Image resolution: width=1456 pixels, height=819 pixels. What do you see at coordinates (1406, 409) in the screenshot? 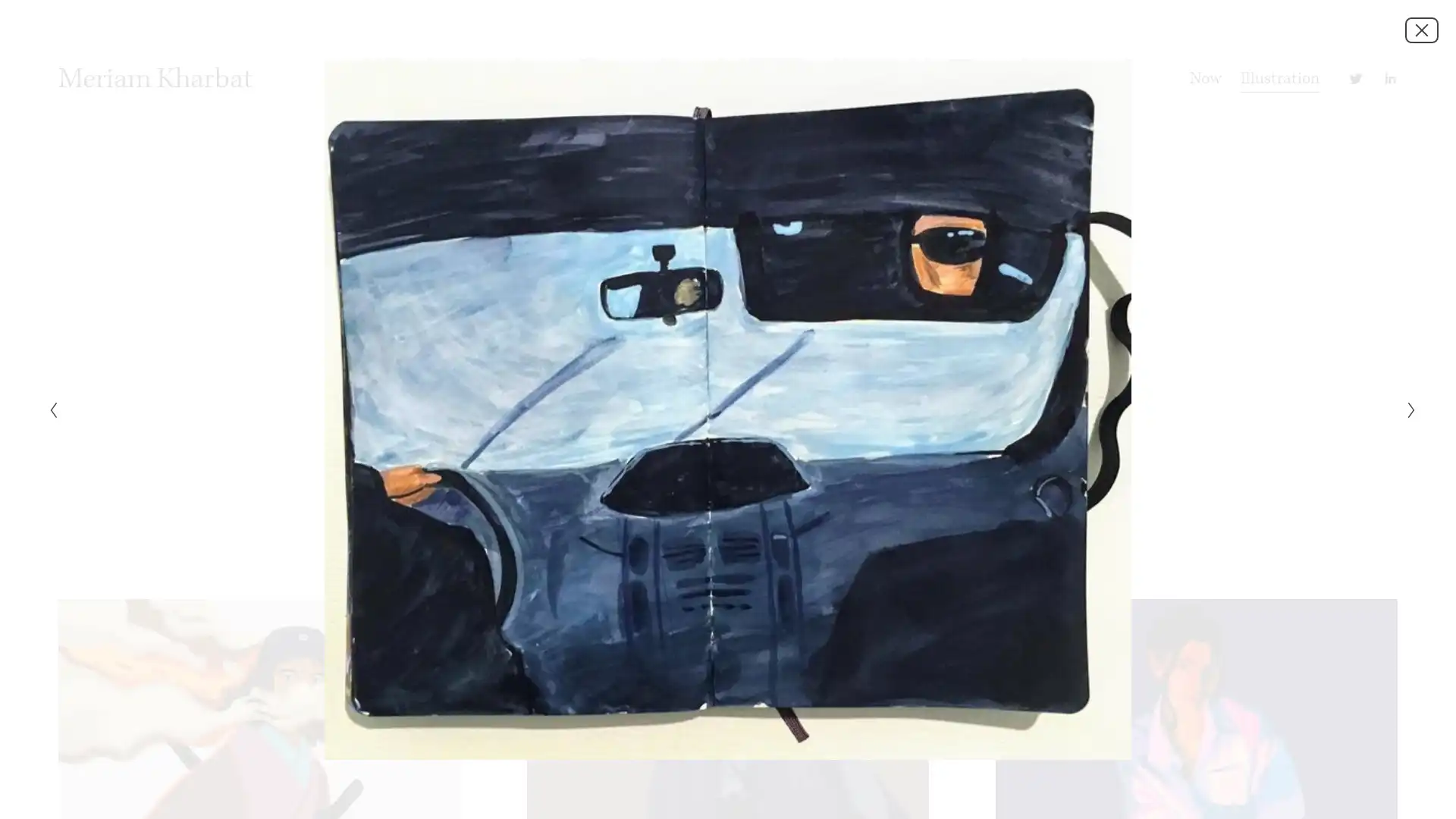
I see `Next Slide` at bounding box center [1406, 409].